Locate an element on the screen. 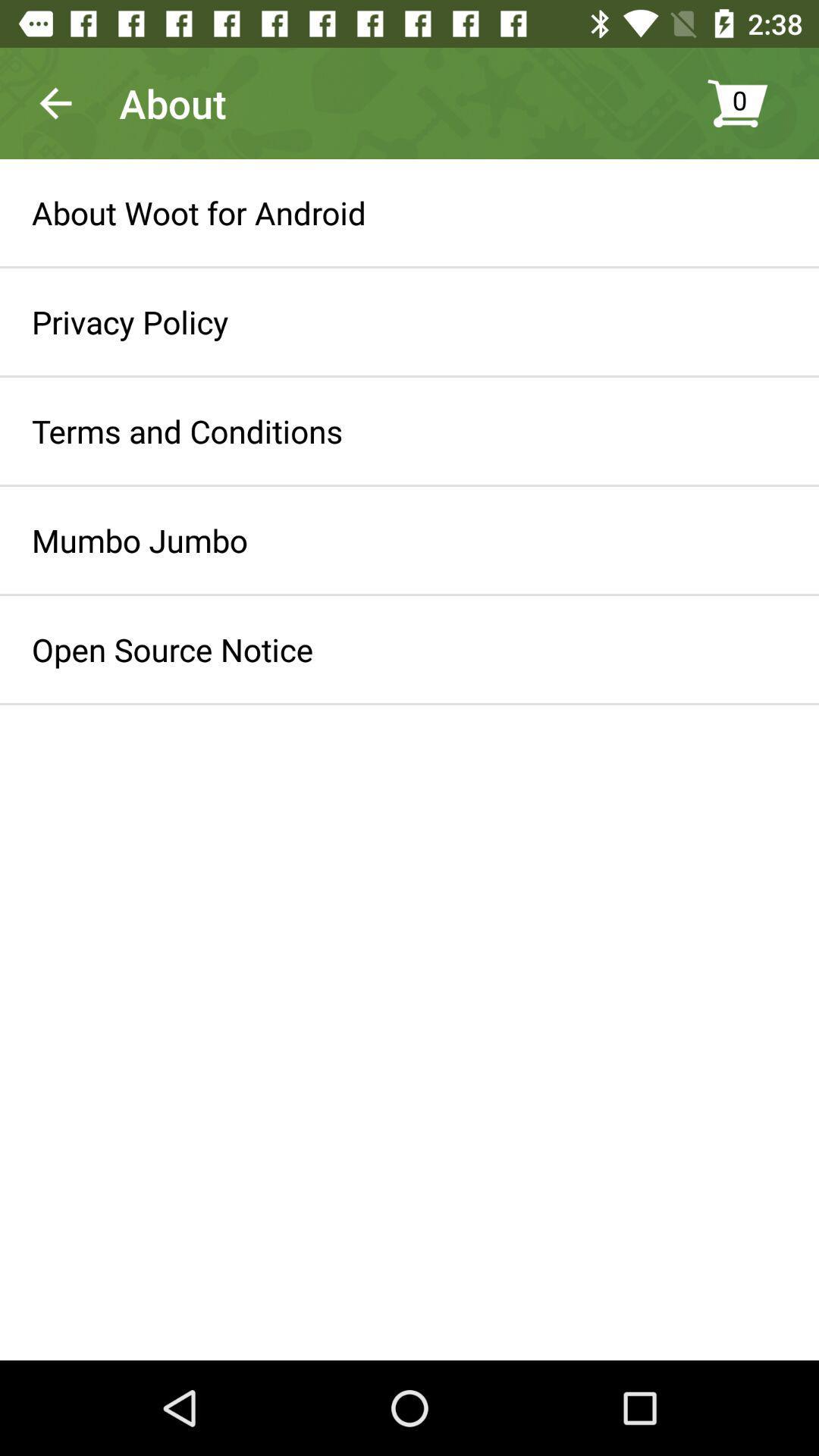 Image resolution: width=819 pixels, height=1456 pixels. the app to the left of the about is located at coordinates (55, 102).